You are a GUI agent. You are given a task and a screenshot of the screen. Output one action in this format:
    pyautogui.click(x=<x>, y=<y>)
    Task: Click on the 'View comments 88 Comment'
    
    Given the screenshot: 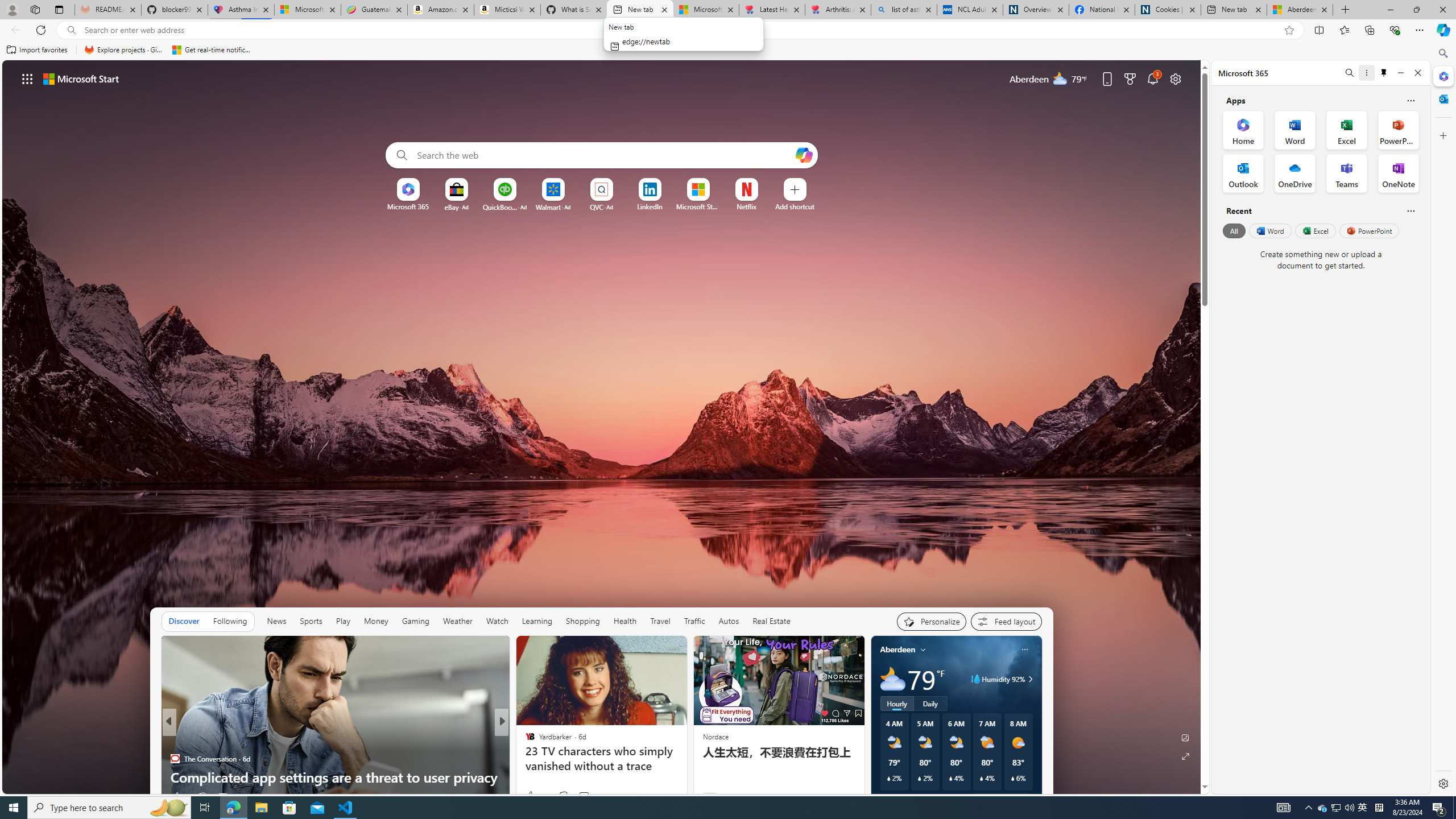 What is the action you would take?
    pyautogui.click(x=585, y=797)
    